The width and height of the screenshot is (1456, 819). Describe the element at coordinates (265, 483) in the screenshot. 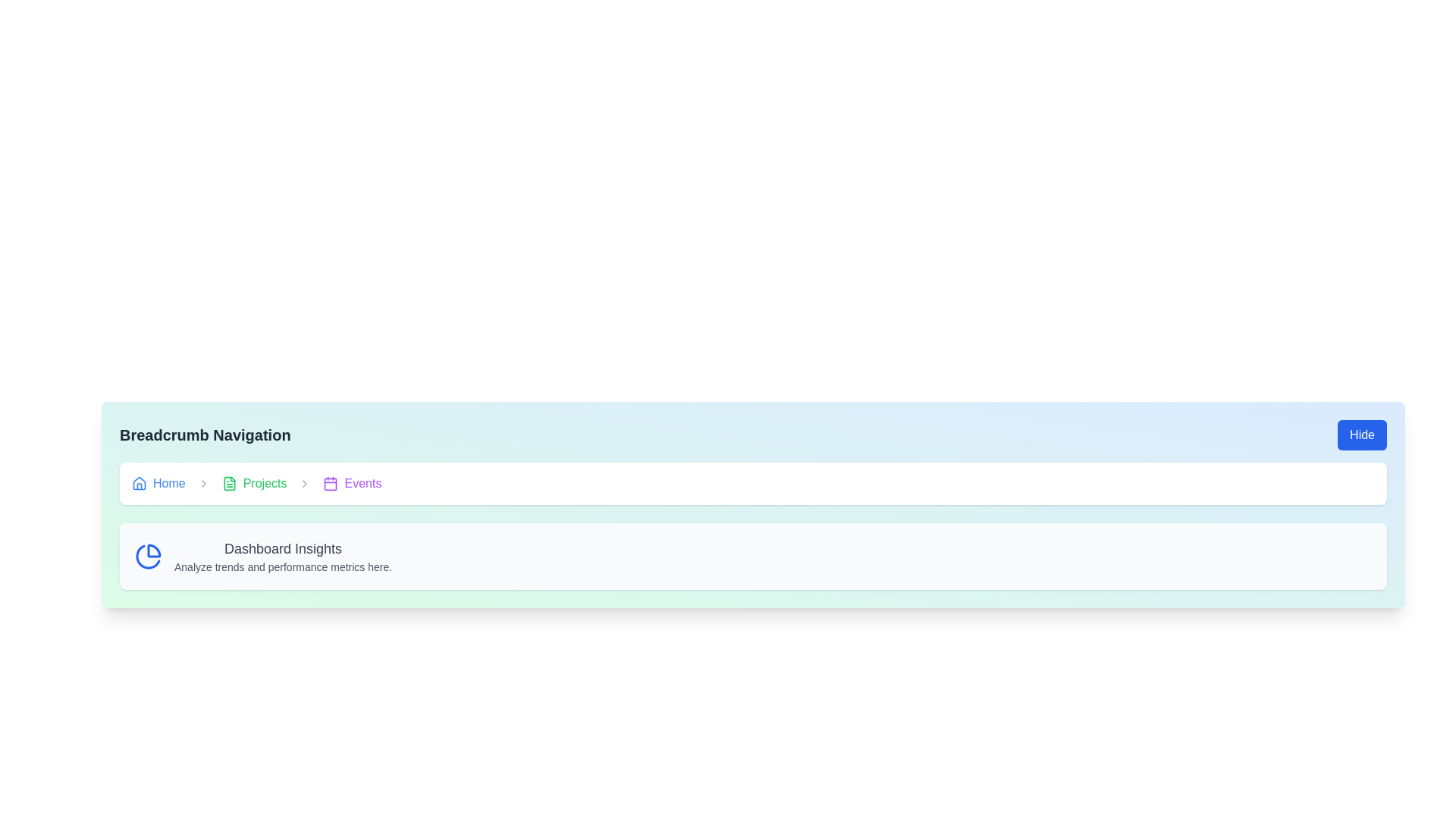

I see `the green text 'Projects' in the breadcrumb navigation bar` at that location.